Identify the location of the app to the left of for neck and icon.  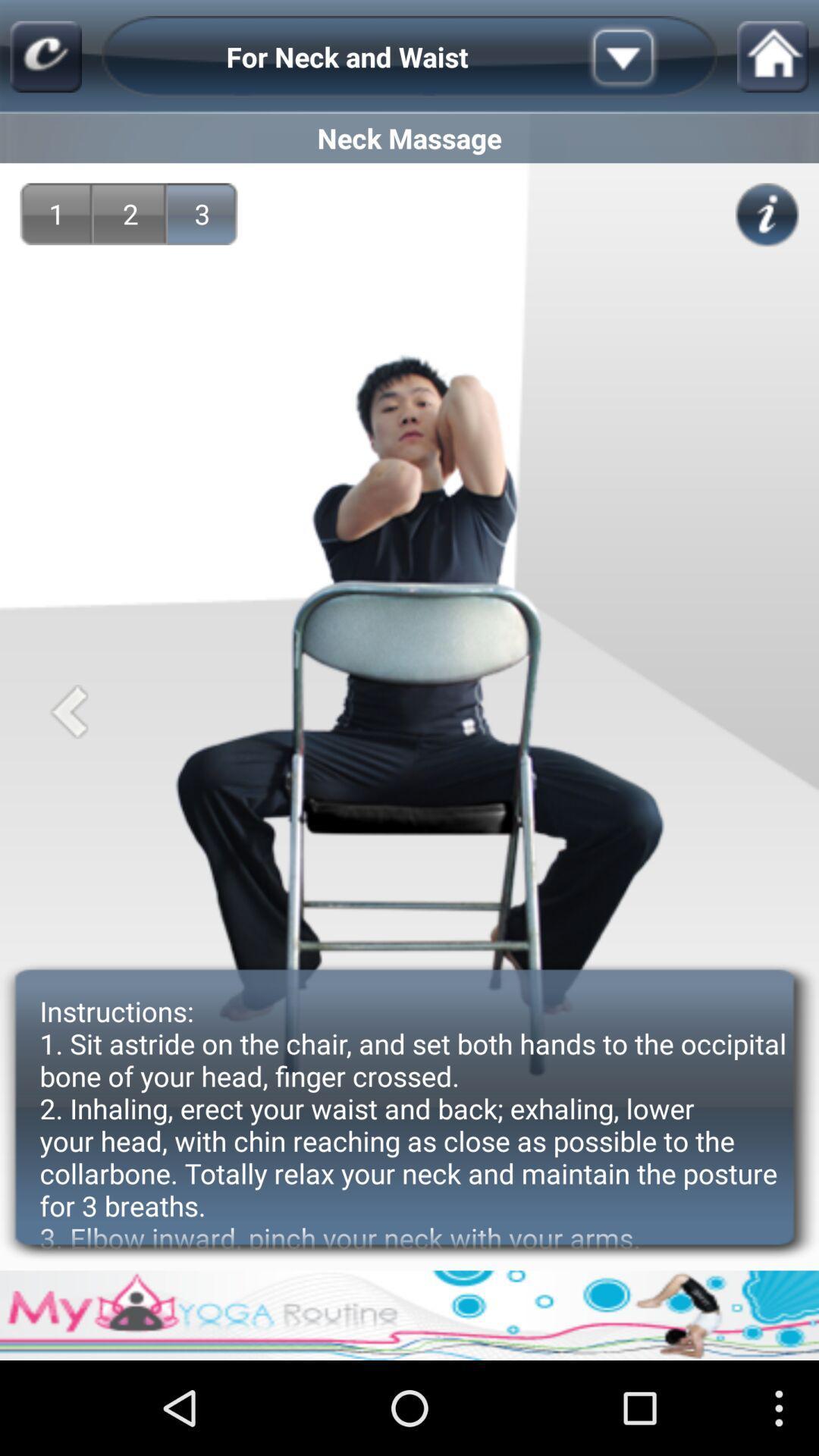
(45, 57).